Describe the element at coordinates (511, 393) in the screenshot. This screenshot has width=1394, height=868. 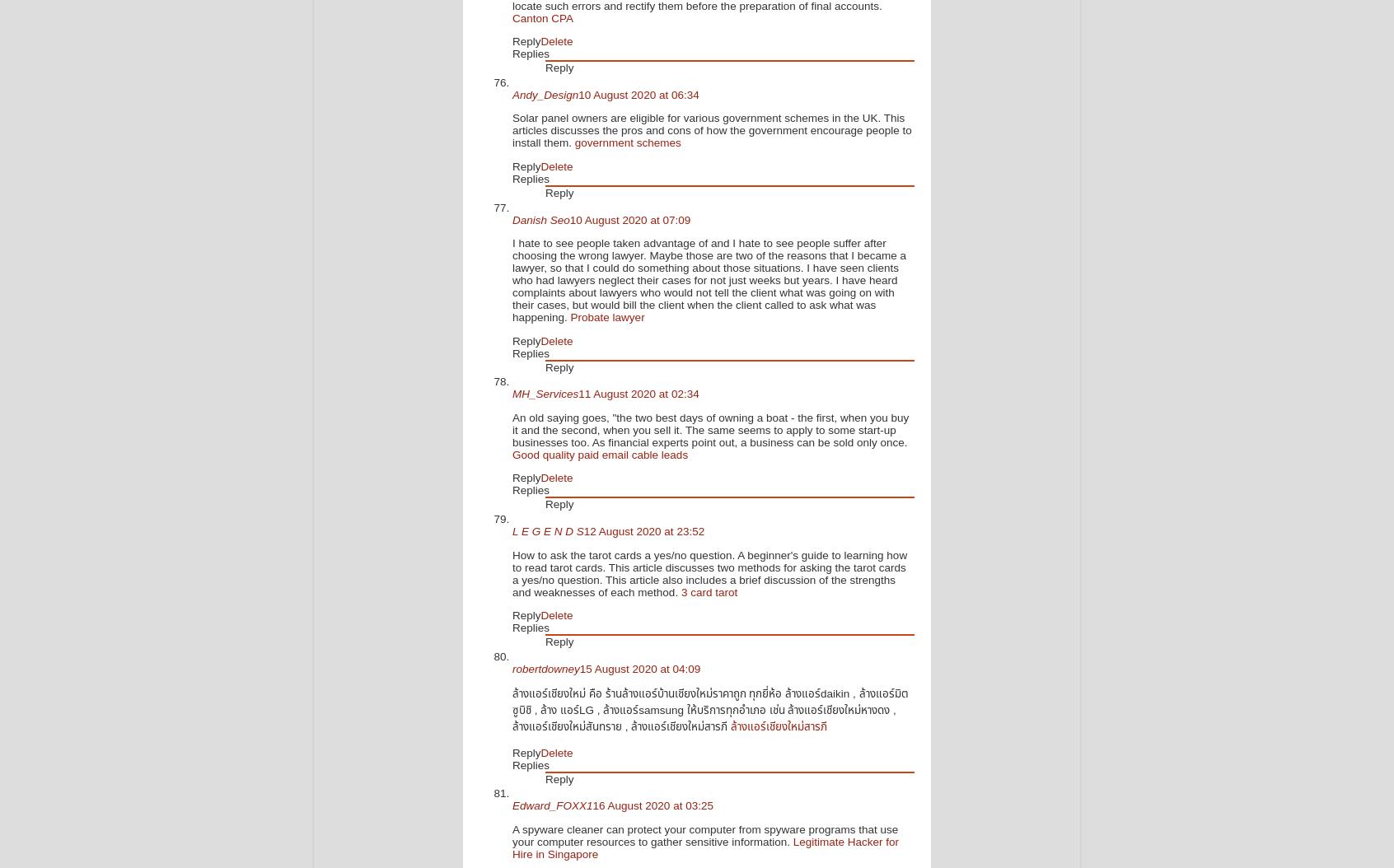
I see `'MH_Services'` at that location.